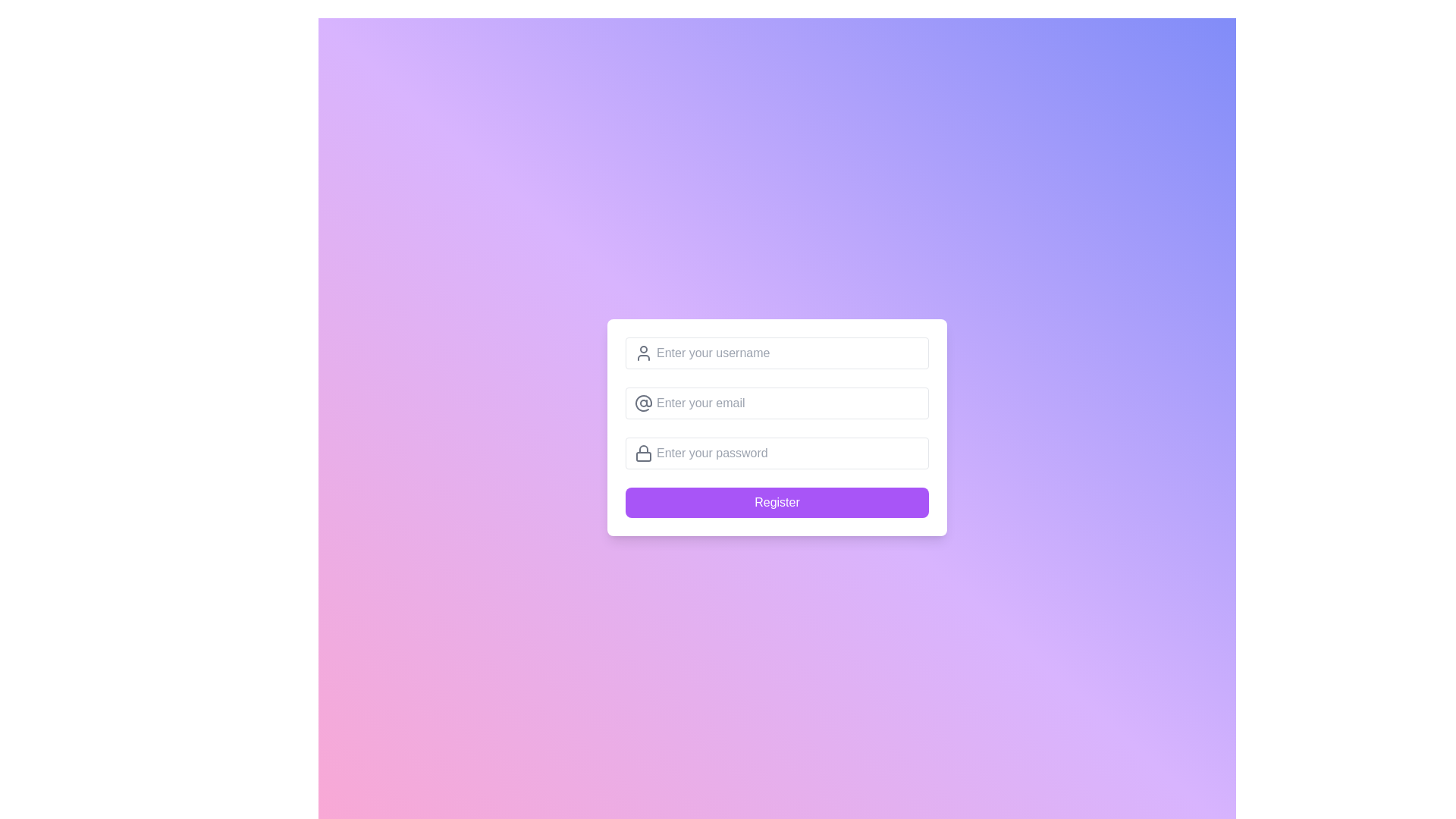 The width and height of the screenshot is (1456, 819). I want to click on the user profile icon located on the far left side of the 'Enter your username' input field, which aligns vertically with the center of the input field, so click(644, 353).